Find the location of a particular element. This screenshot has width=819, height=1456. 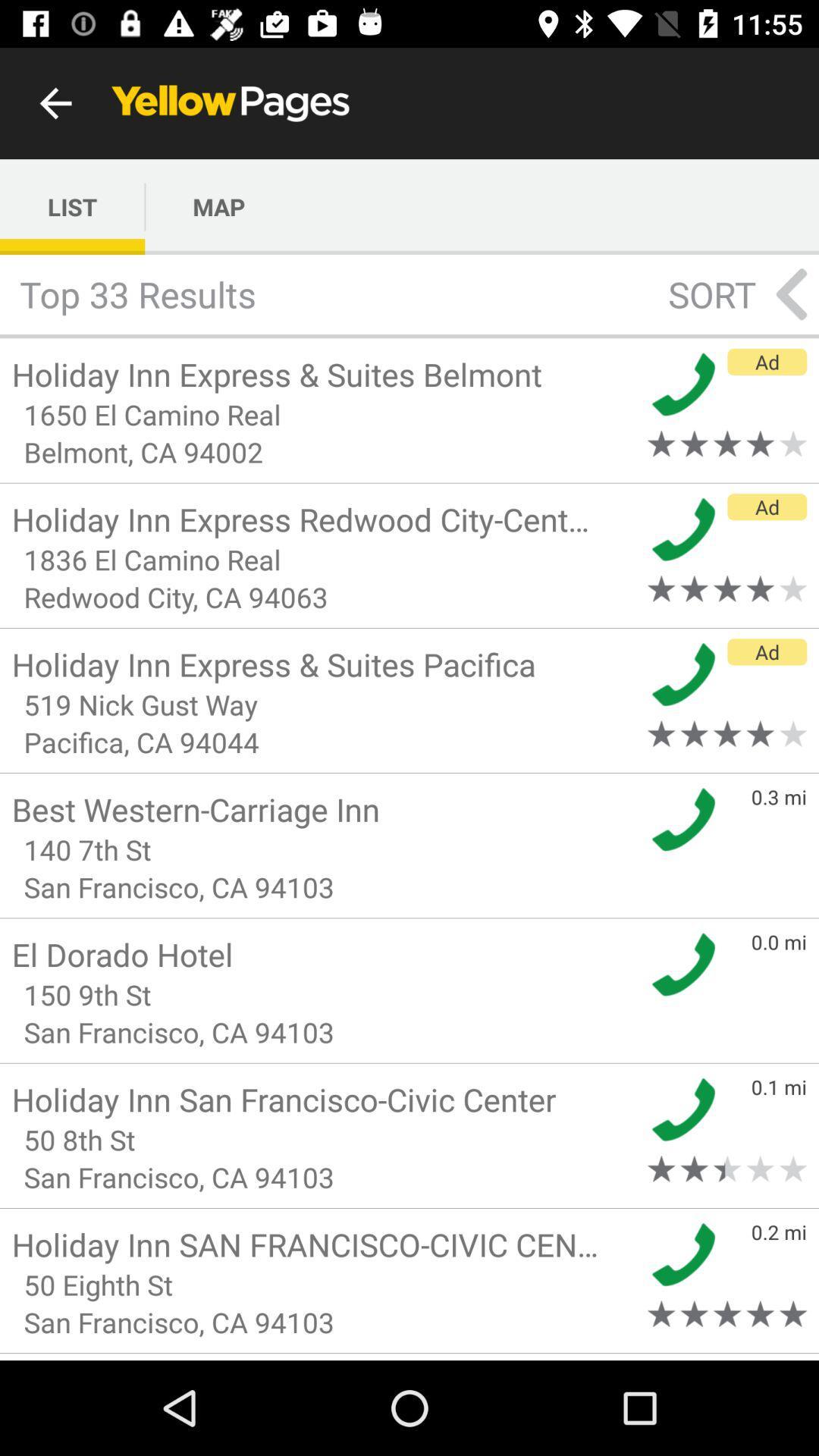

item below pacifica, ca 94044 is located at coordinates (324, 808).